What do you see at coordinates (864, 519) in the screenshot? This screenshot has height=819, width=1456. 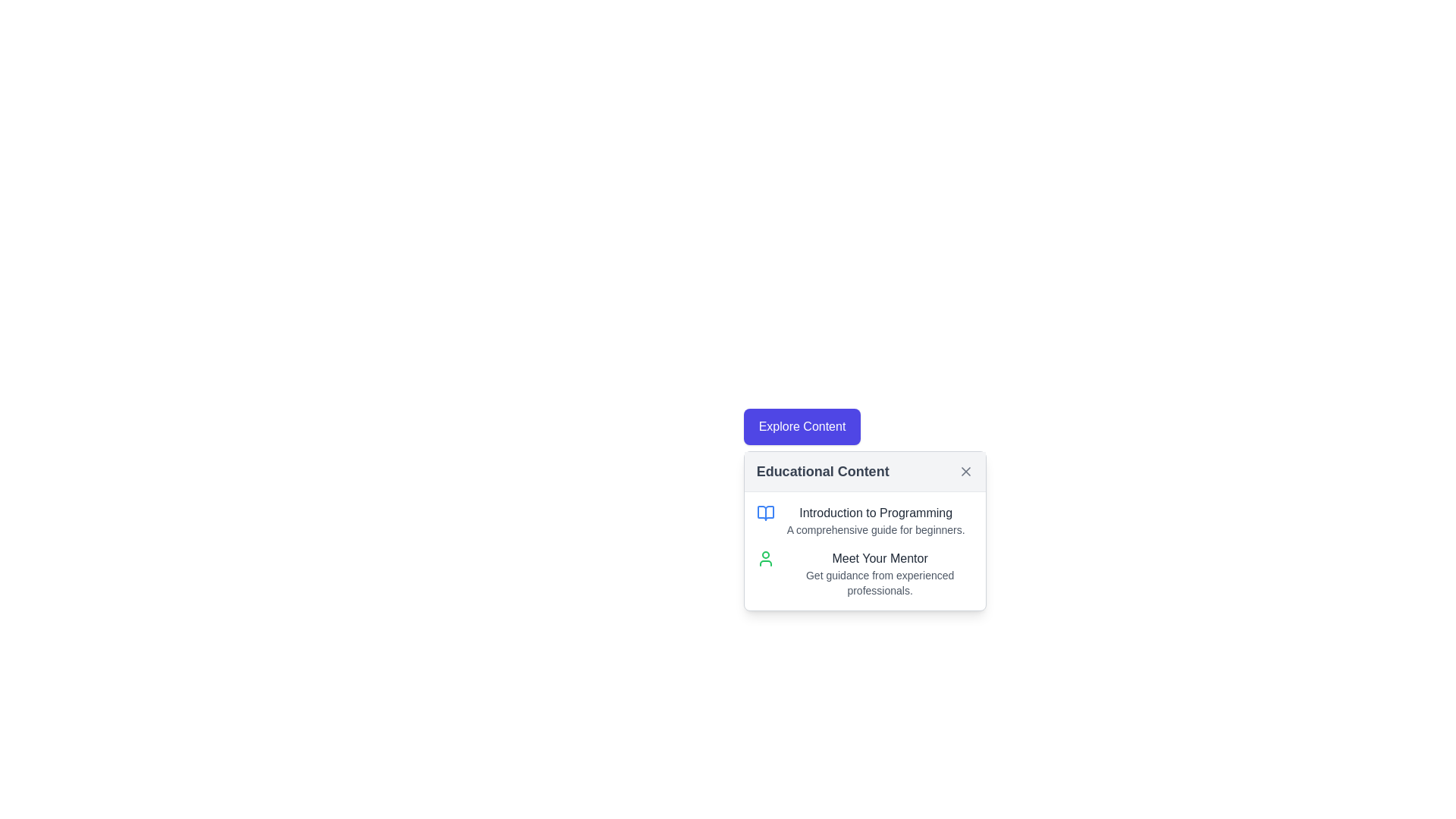 I see `the informational text block titled 'Introduction to Programming' within the 'Educational Content' card` at bounding box center [864, 519].